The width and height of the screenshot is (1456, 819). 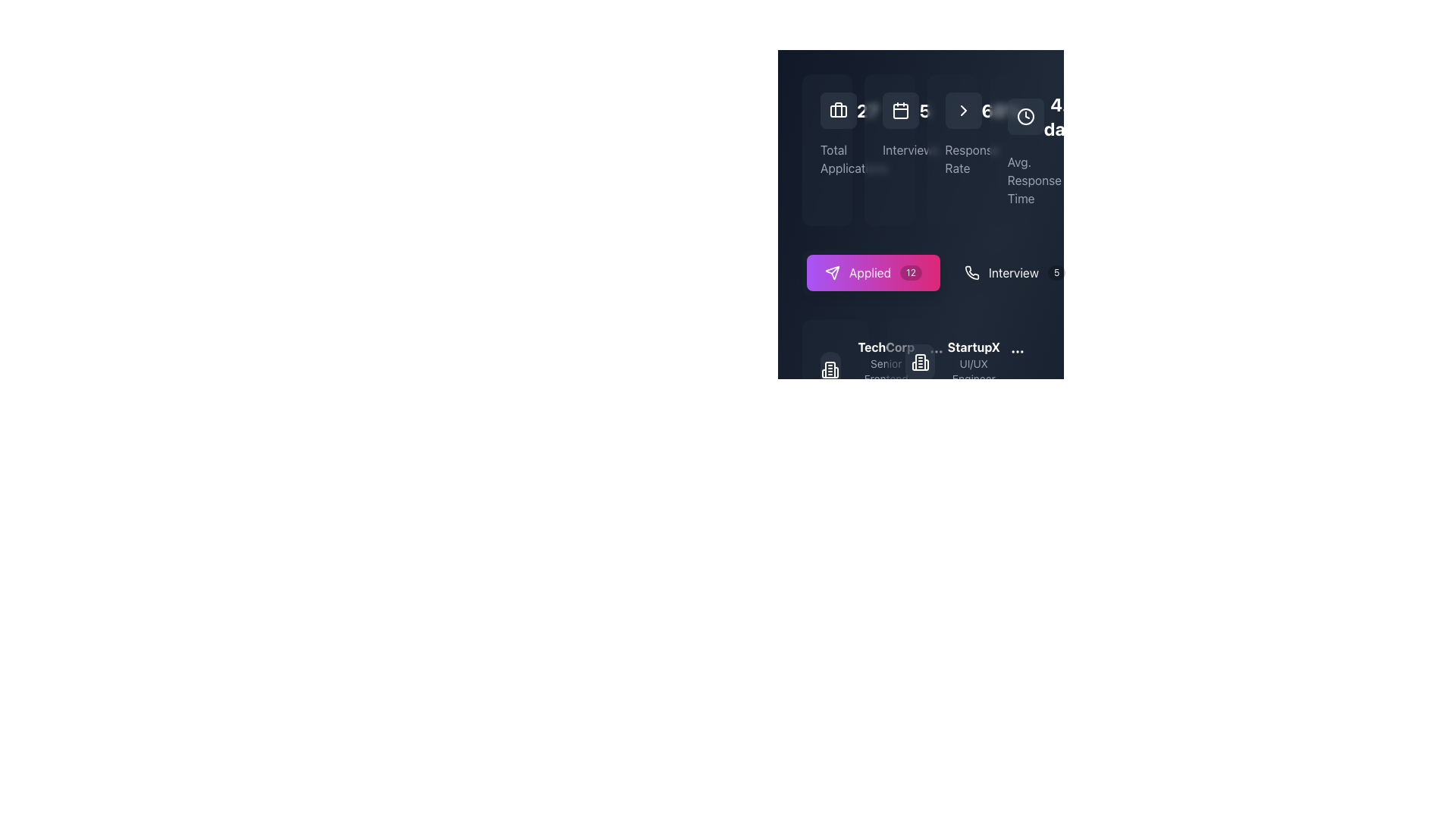 What do you see at coordinates (1014, 149) in the screenshot?
I see `information displayed on the average response time informational card located in the fourth column of the grid layout` at bounding box center [1014, 149].